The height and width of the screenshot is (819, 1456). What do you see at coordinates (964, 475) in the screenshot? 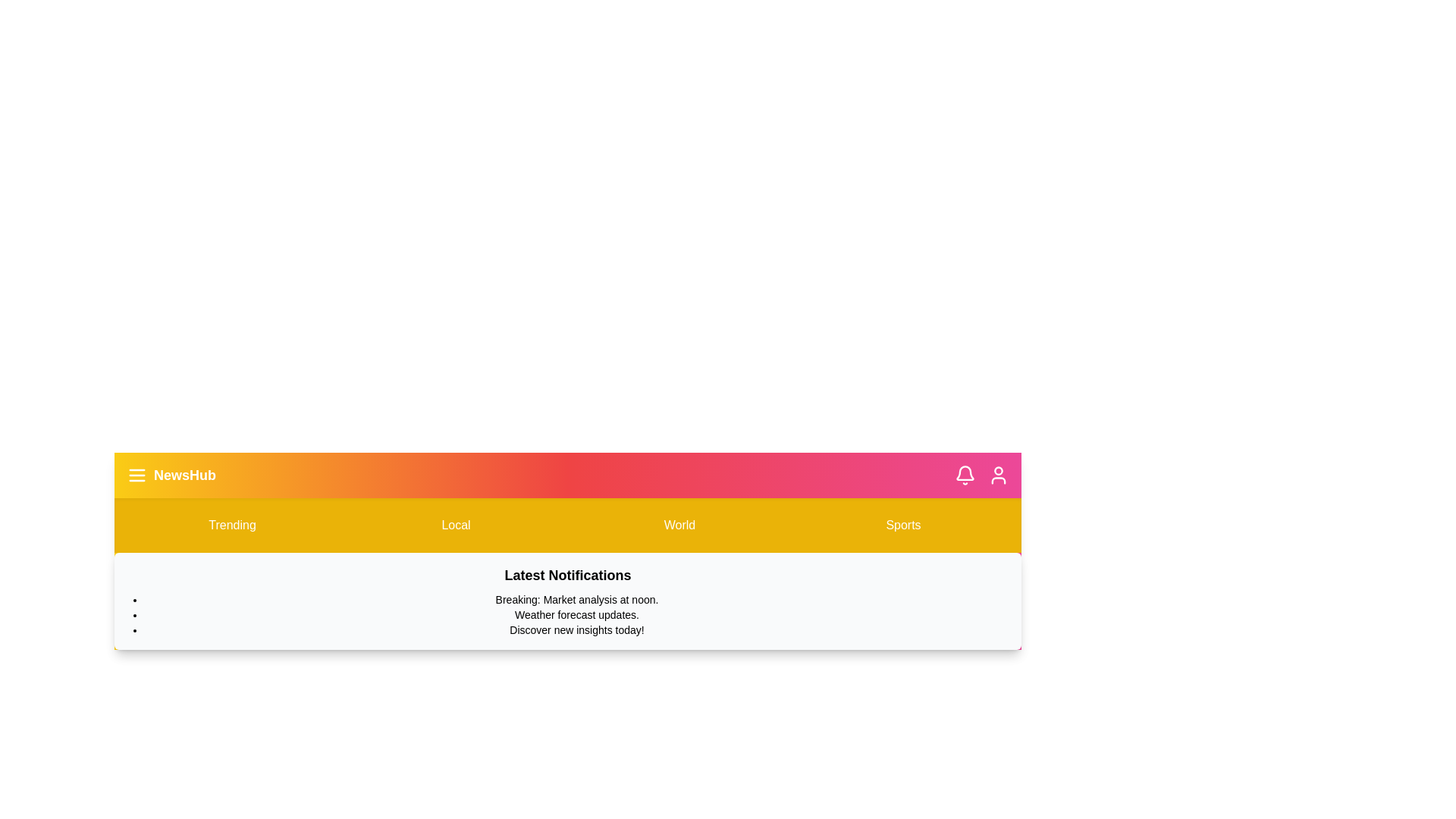
I see `the bell icon to toggle notifications visibility` at bounding box center [964, 475].